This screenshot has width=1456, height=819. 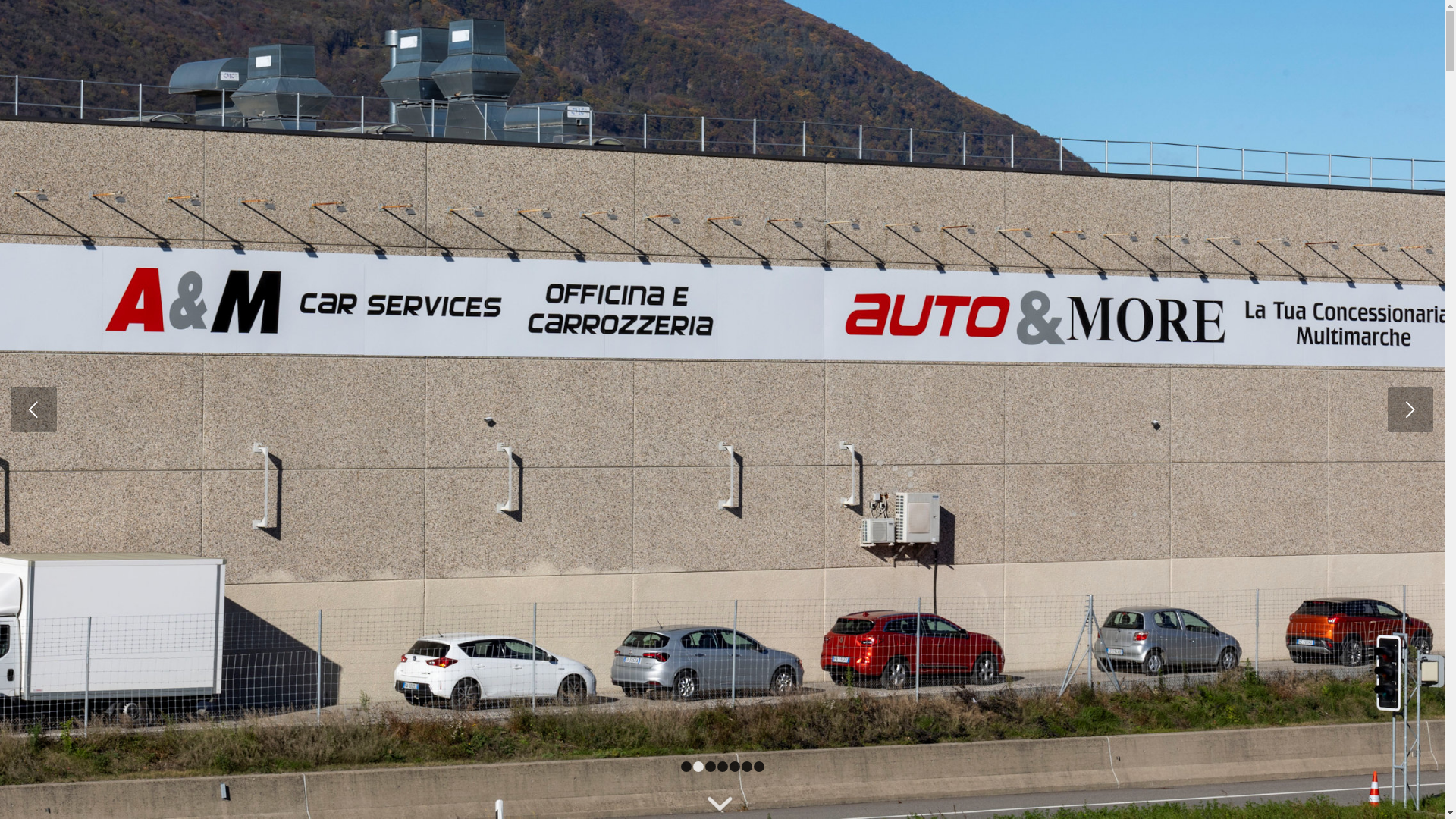 What do you see at coordinates (33, 409) in the screenshot?
I see `'Anteriore'` at bounding box center [33, 409].